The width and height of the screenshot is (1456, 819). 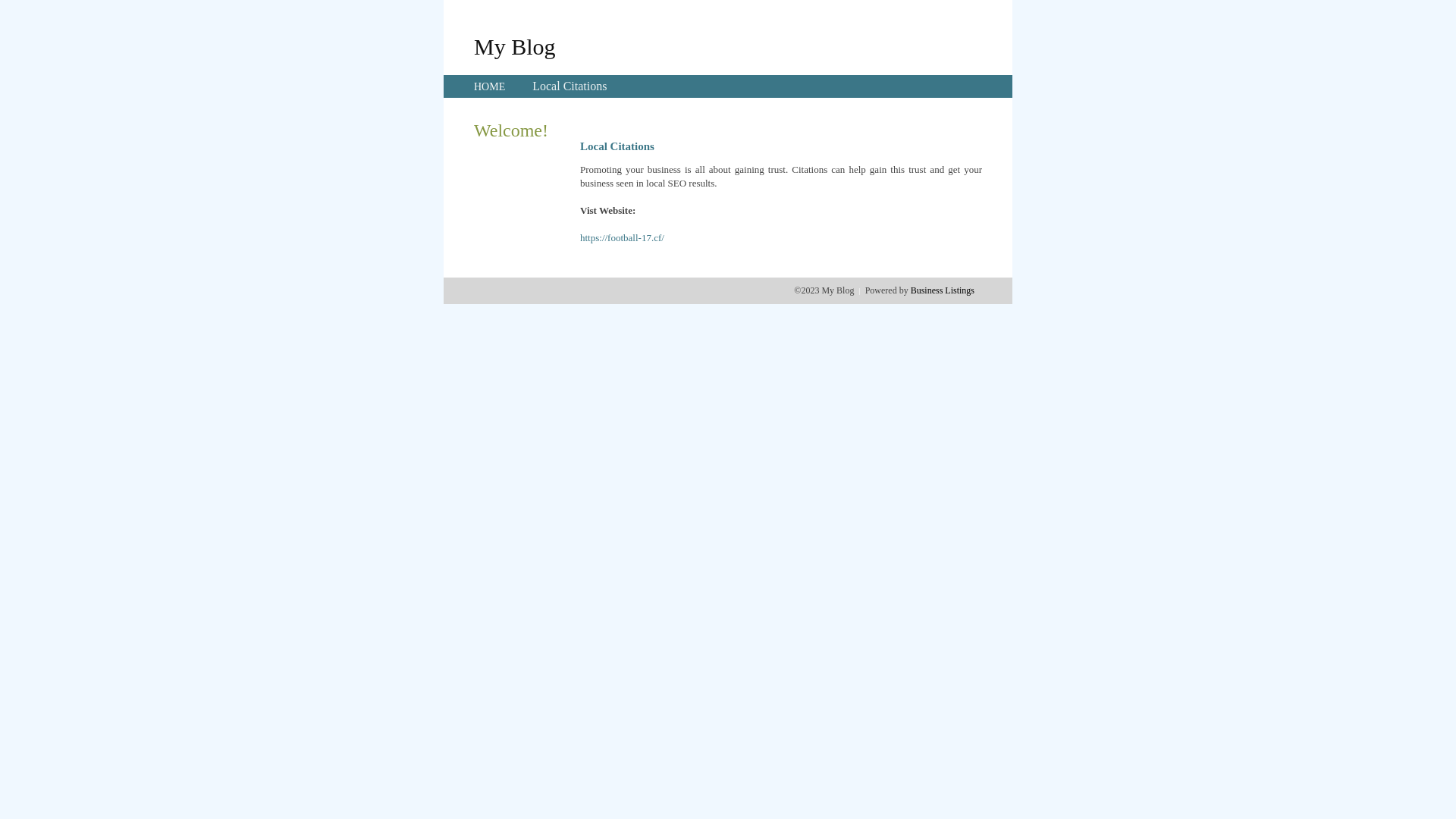 I want to click on 'My Blog', so click(x=472, y=45).